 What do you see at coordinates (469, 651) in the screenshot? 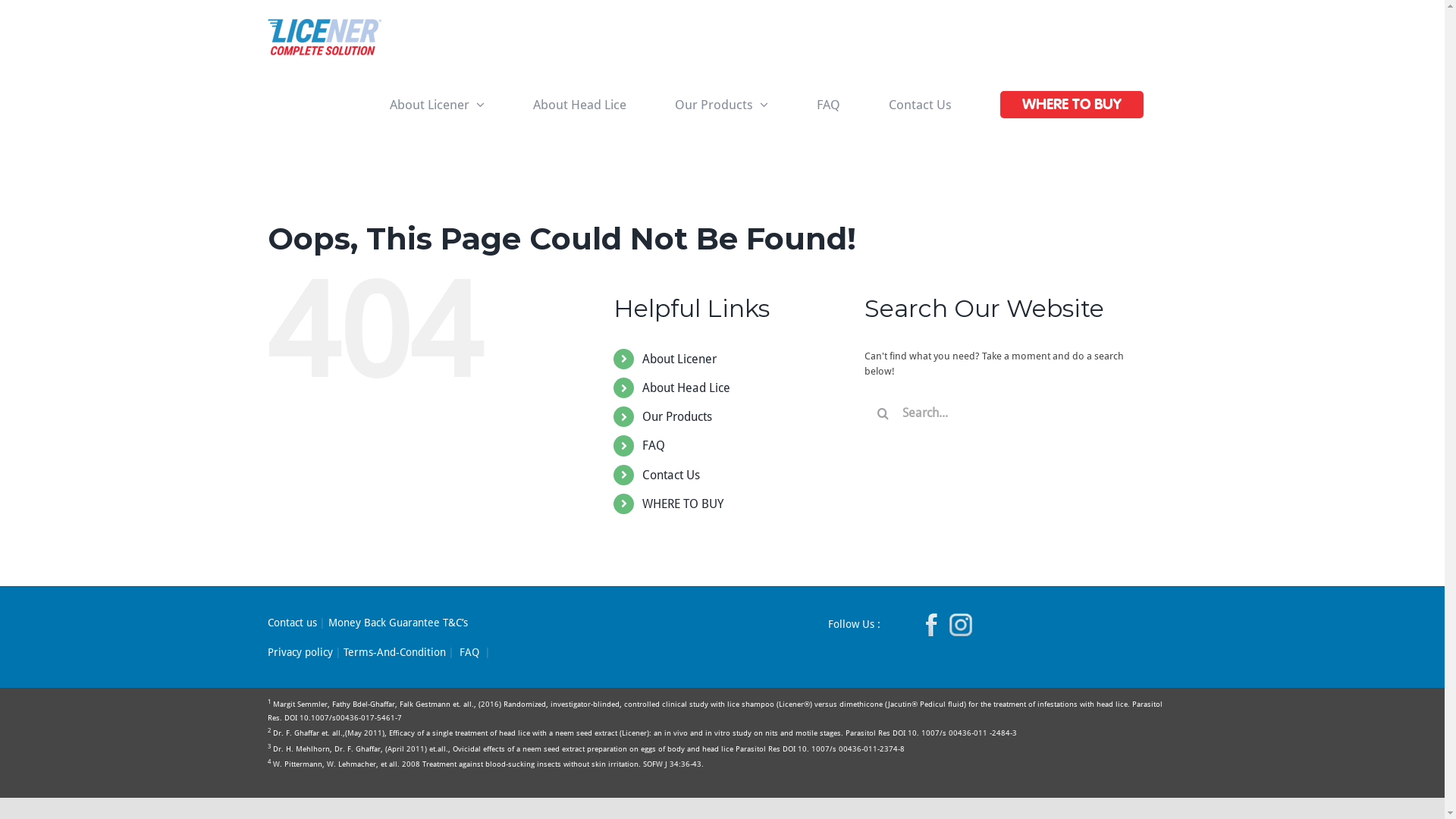
I see `'FAQ'` at bounding box center [469, 651].